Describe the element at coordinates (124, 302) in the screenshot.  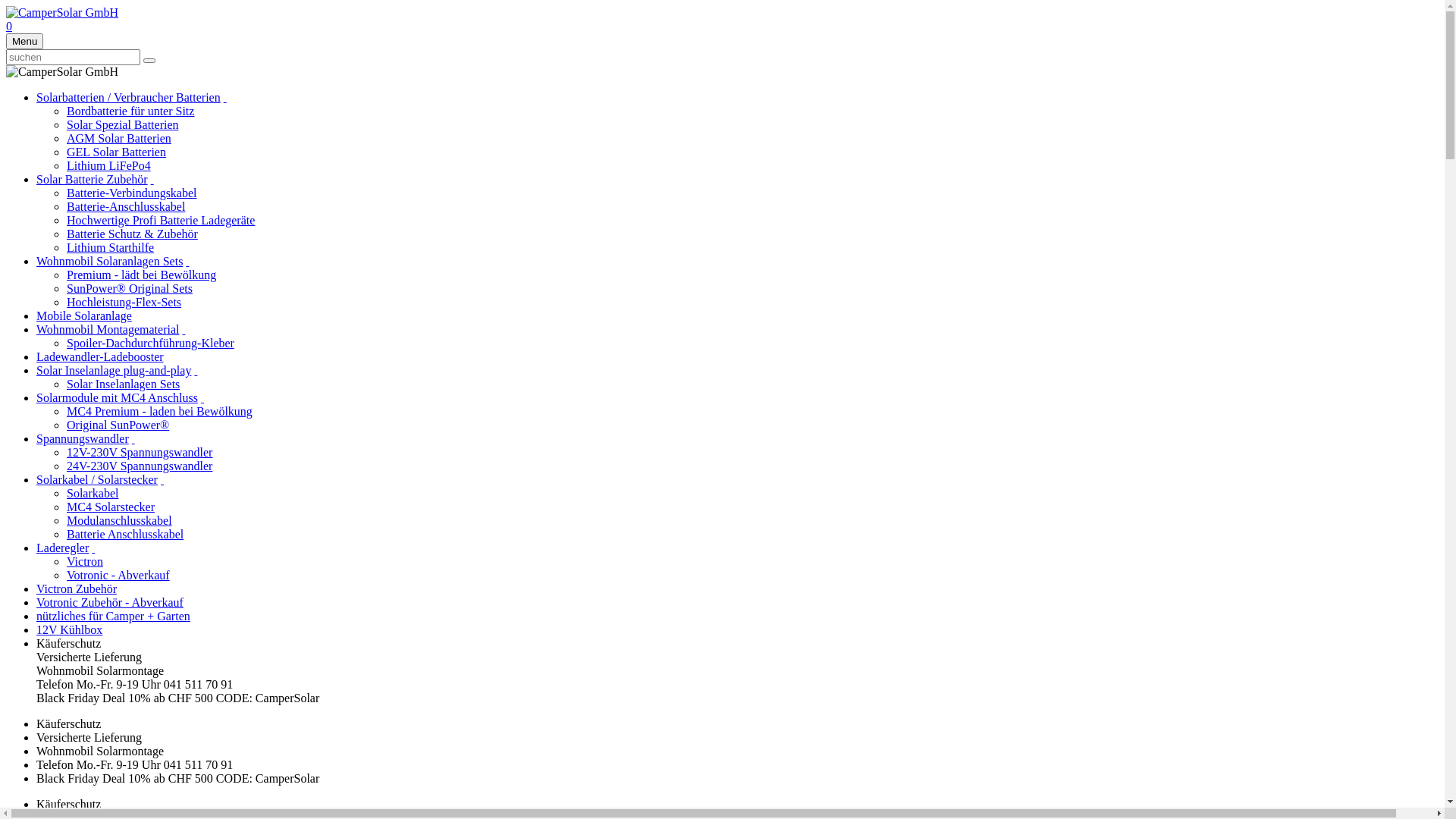
I see `'Hochleistung-Flex-Sets'` at that location.